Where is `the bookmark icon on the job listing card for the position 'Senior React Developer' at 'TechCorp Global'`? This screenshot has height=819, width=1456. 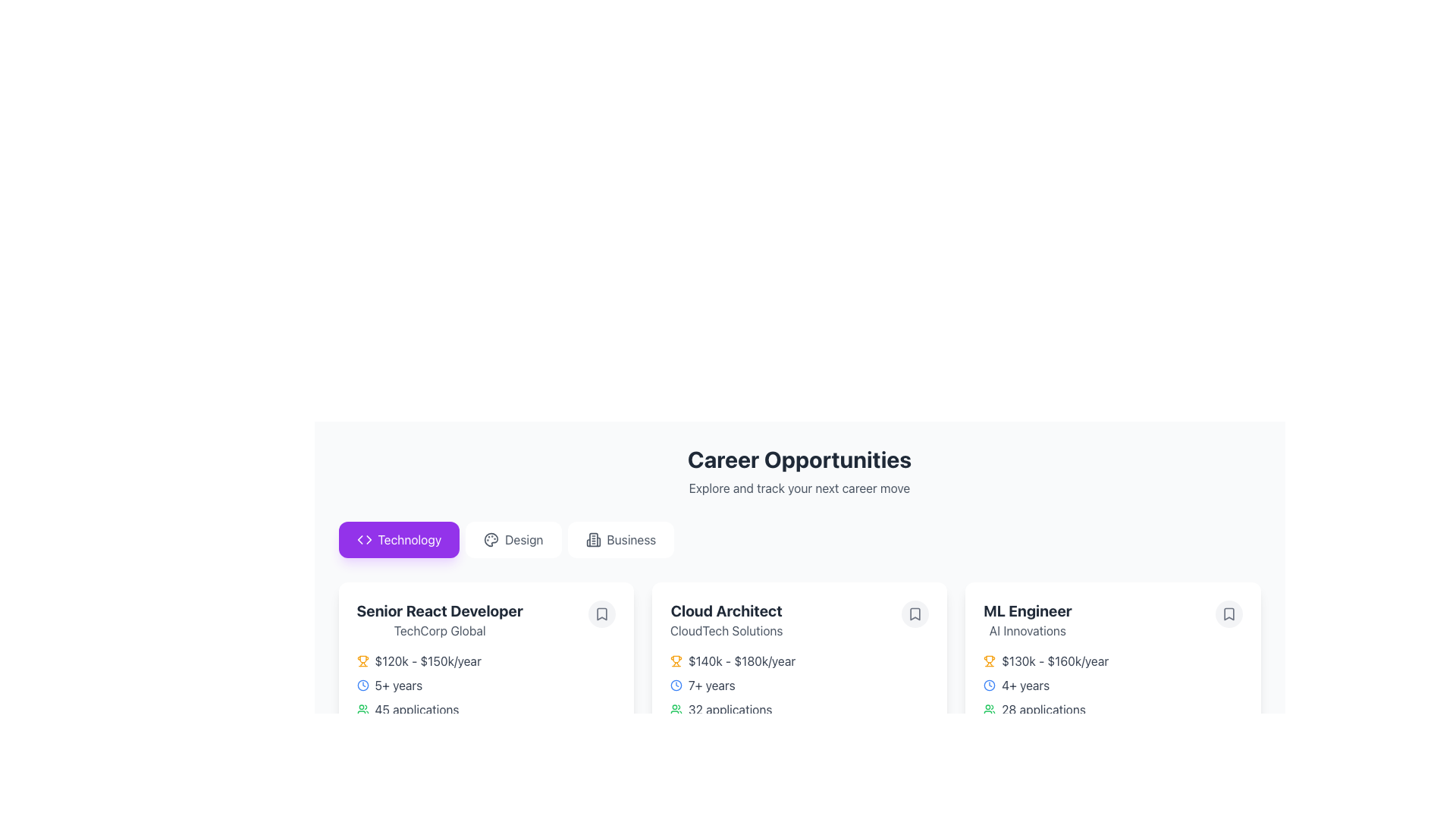
the bookmark icon on the job listing card for the position 'Senior React Developer' at 'TechCorp Global' is located at coordinates (486, 620).